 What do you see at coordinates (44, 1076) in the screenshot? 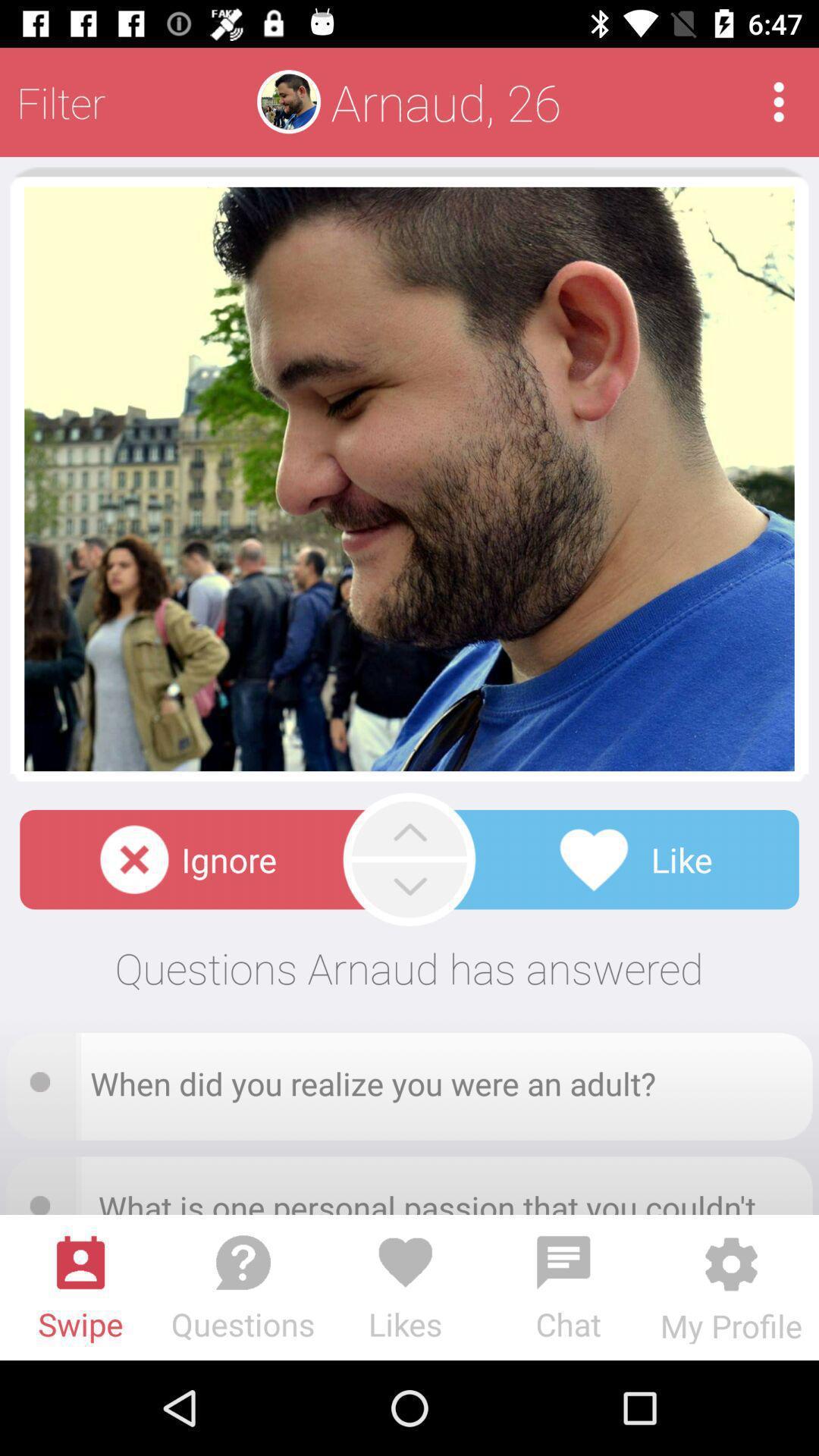
I see `reorder answer` at bounding box center [44, 1076].